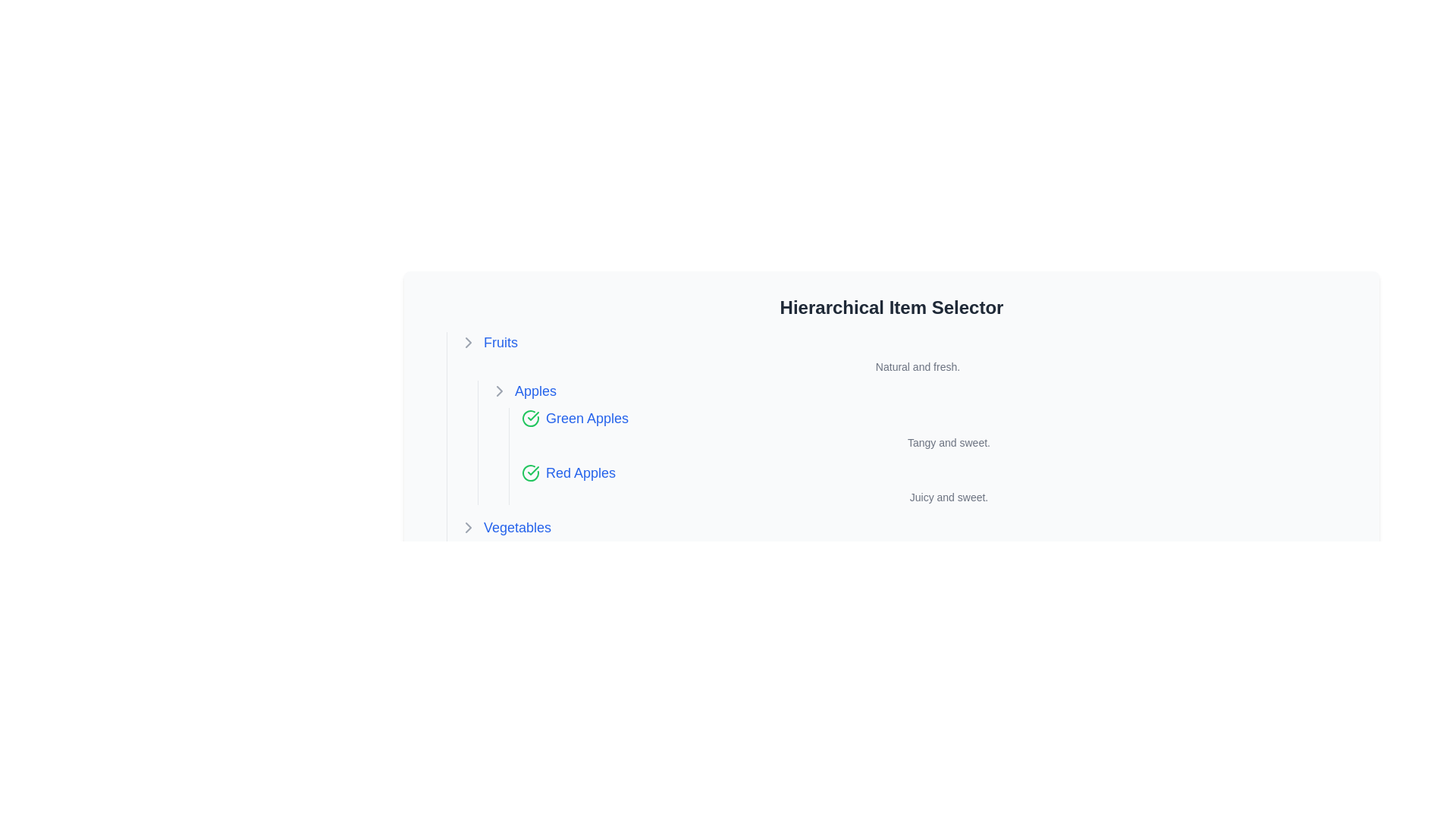 The height and width of the screenshot is (819, 1456). I want to click on the static textual information element that provides supplementary text for the 'Fruits' category, positioned below the 'Fruits' header and above the 'Apples' section, so click(907, 366).